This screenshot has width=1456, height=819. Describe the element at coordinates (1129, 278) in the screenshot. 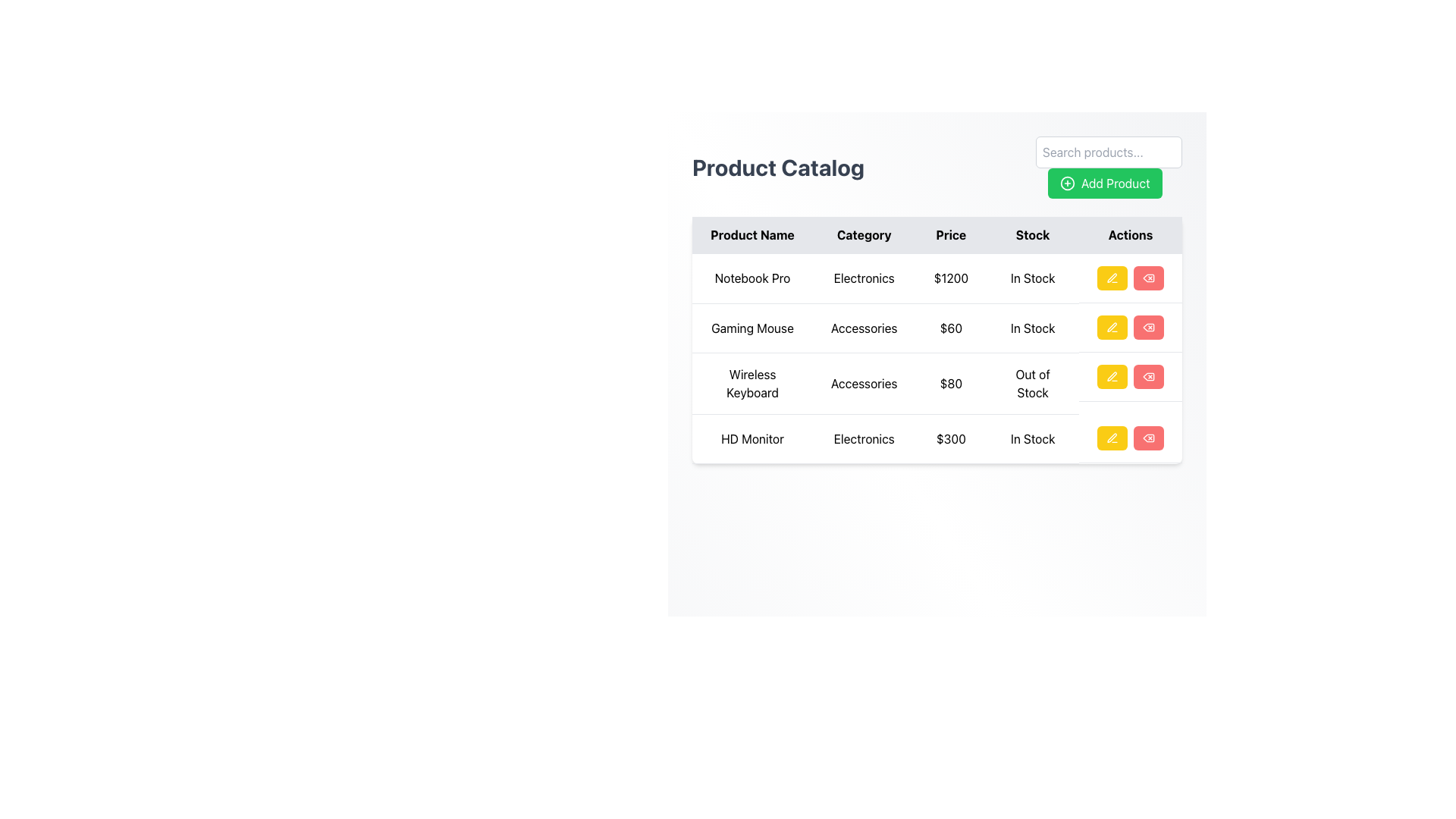

I see `the yellow edit button located in the Actions column of the first row for the product 'Notebook Pro'. This button is positioned to the far-right within its row, adjacent to the 'In Stock' status` at that location.